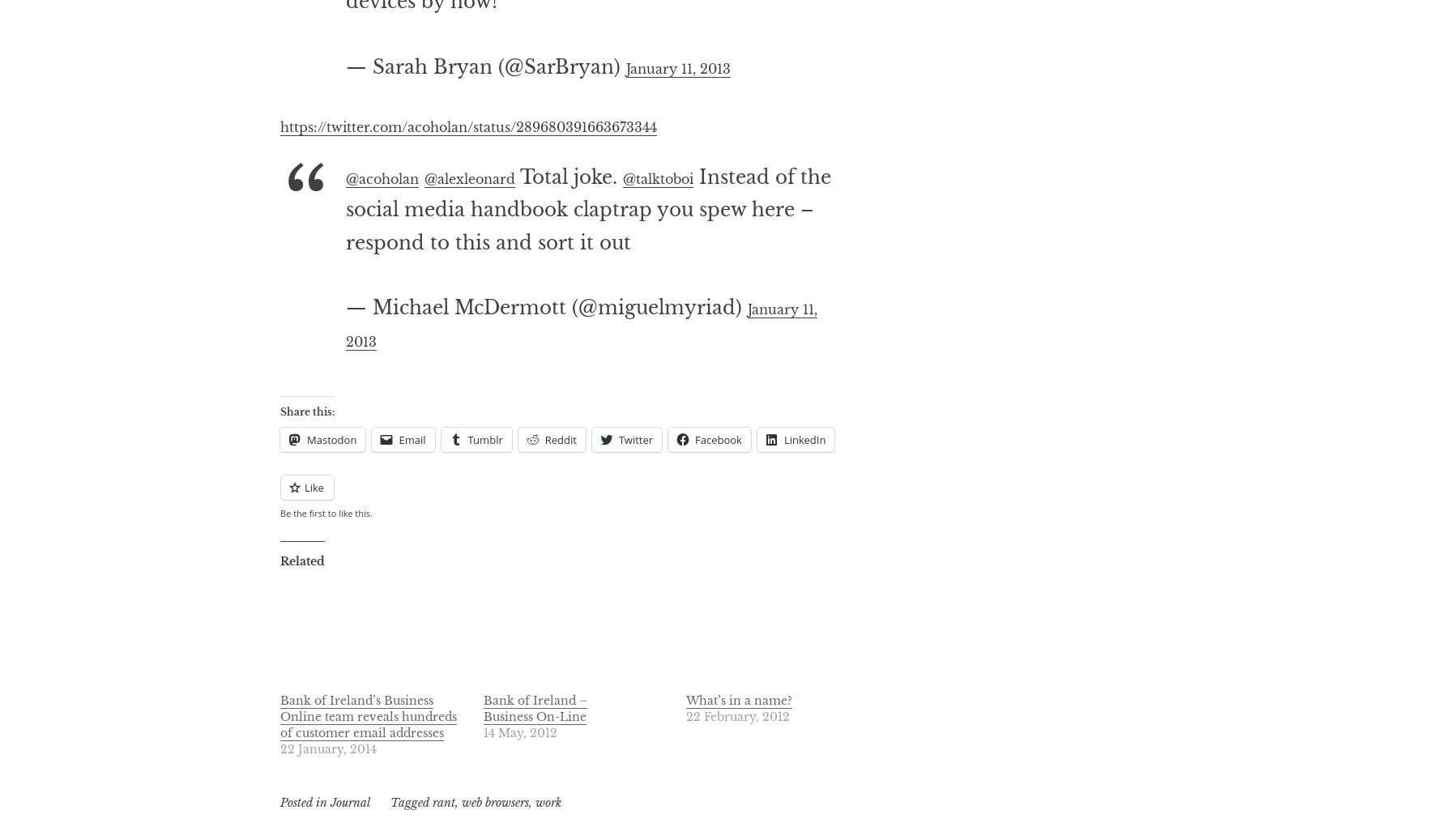 The height and width of the screenshot is (840, 1442). What do you see at coordinates (635, 505) in the screenshot?
I see `'Twitter'` at bounding box center [635, 505].